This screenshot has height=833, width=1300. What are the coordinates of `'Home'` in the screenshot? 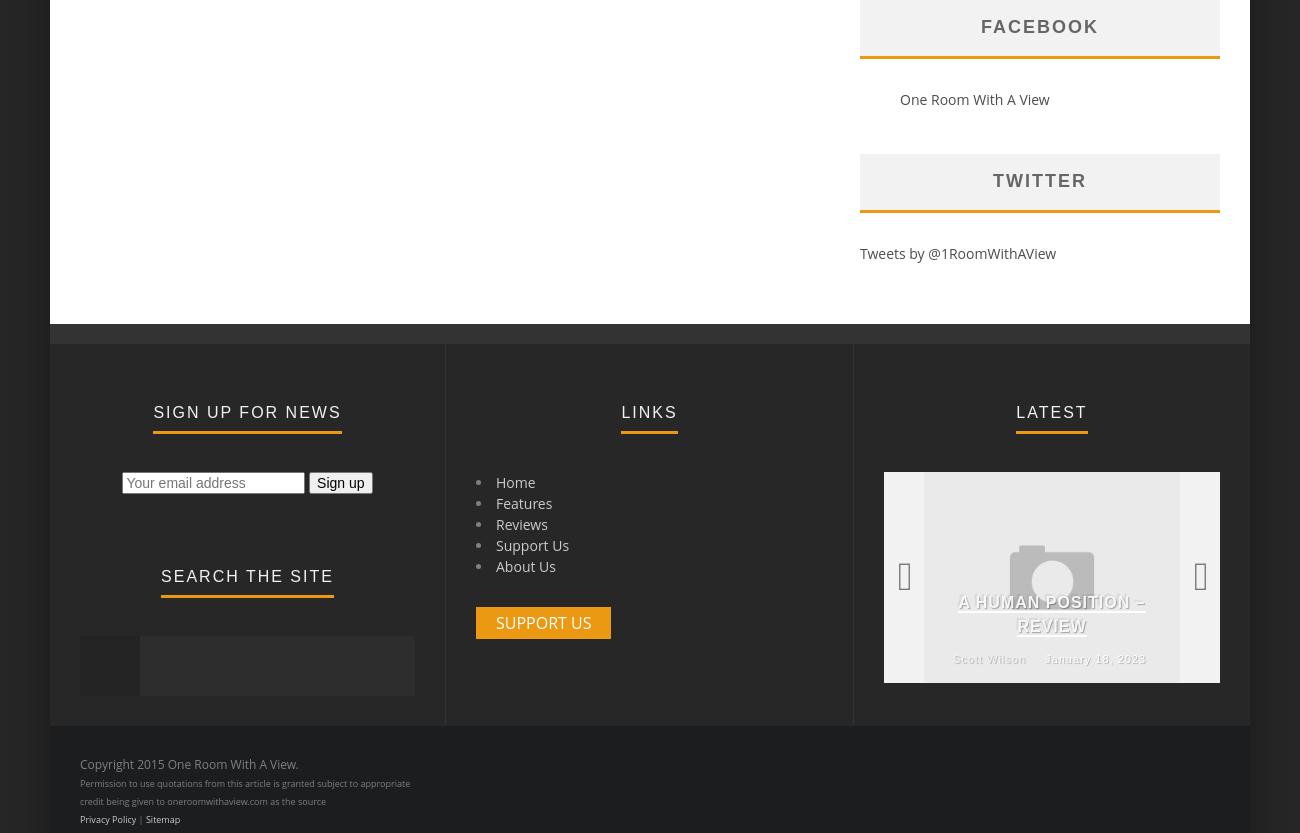 It's located at (495, 482).